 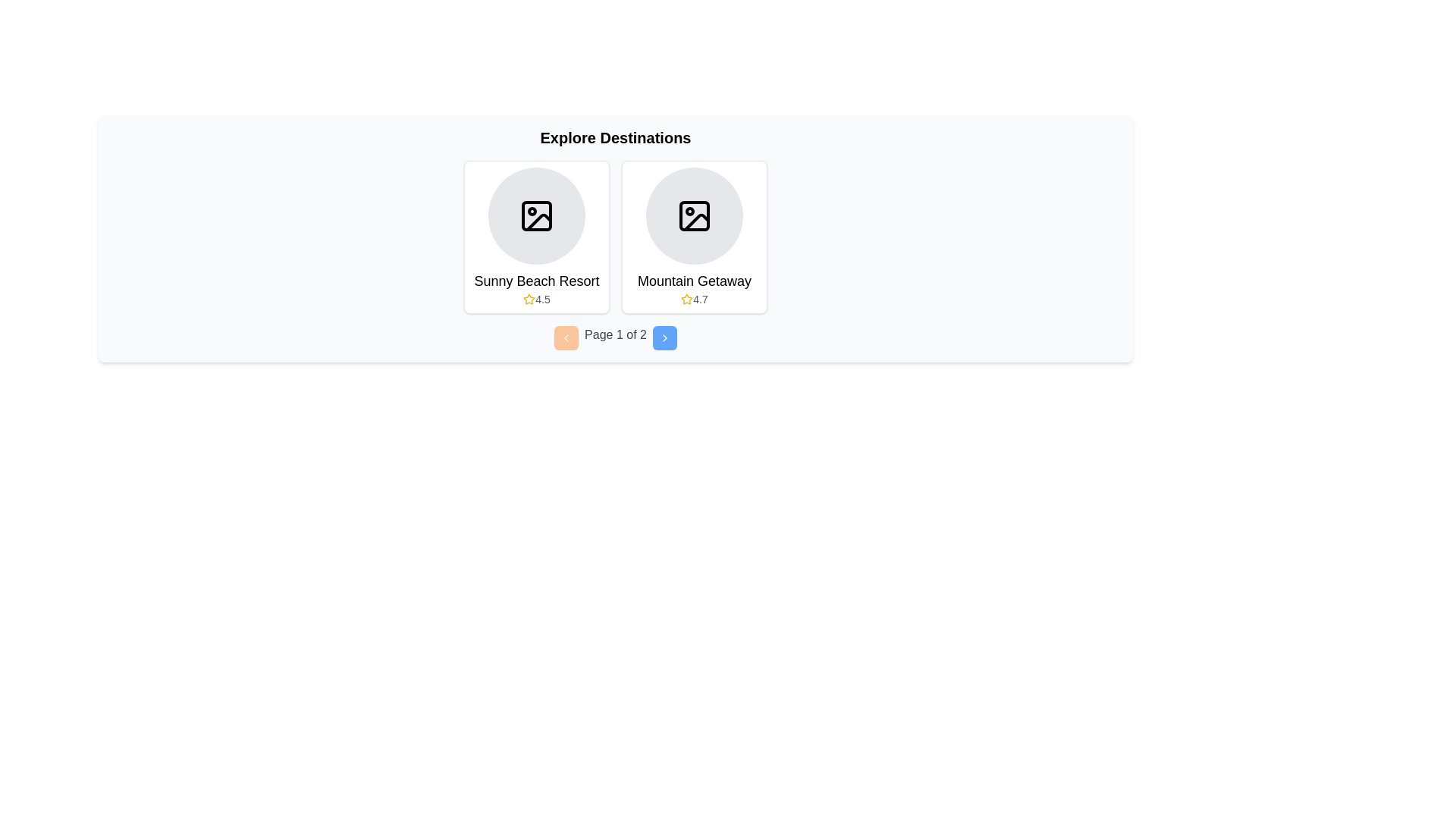 What do you see at coordinates (686, 299) in the screenshot?
I see `the star icon representing the rating for 'Mountain Getaway', located next to the text '4.7' in the rating section` at bounding box center [686, 299].